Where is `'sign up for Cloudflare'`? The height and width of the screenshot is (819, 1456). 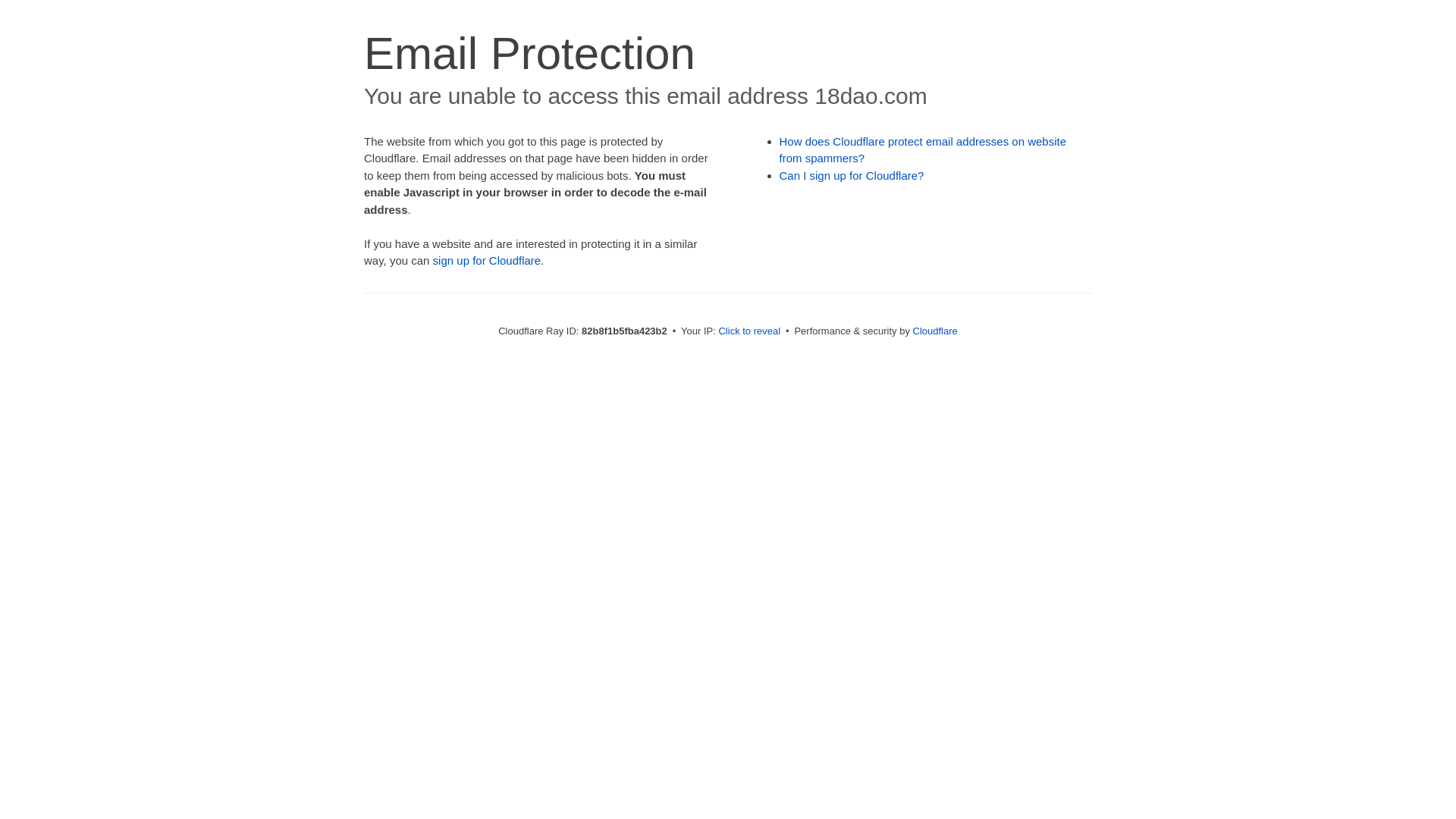
'sign up for Cloudflare' is located at coordinates (432, 259).